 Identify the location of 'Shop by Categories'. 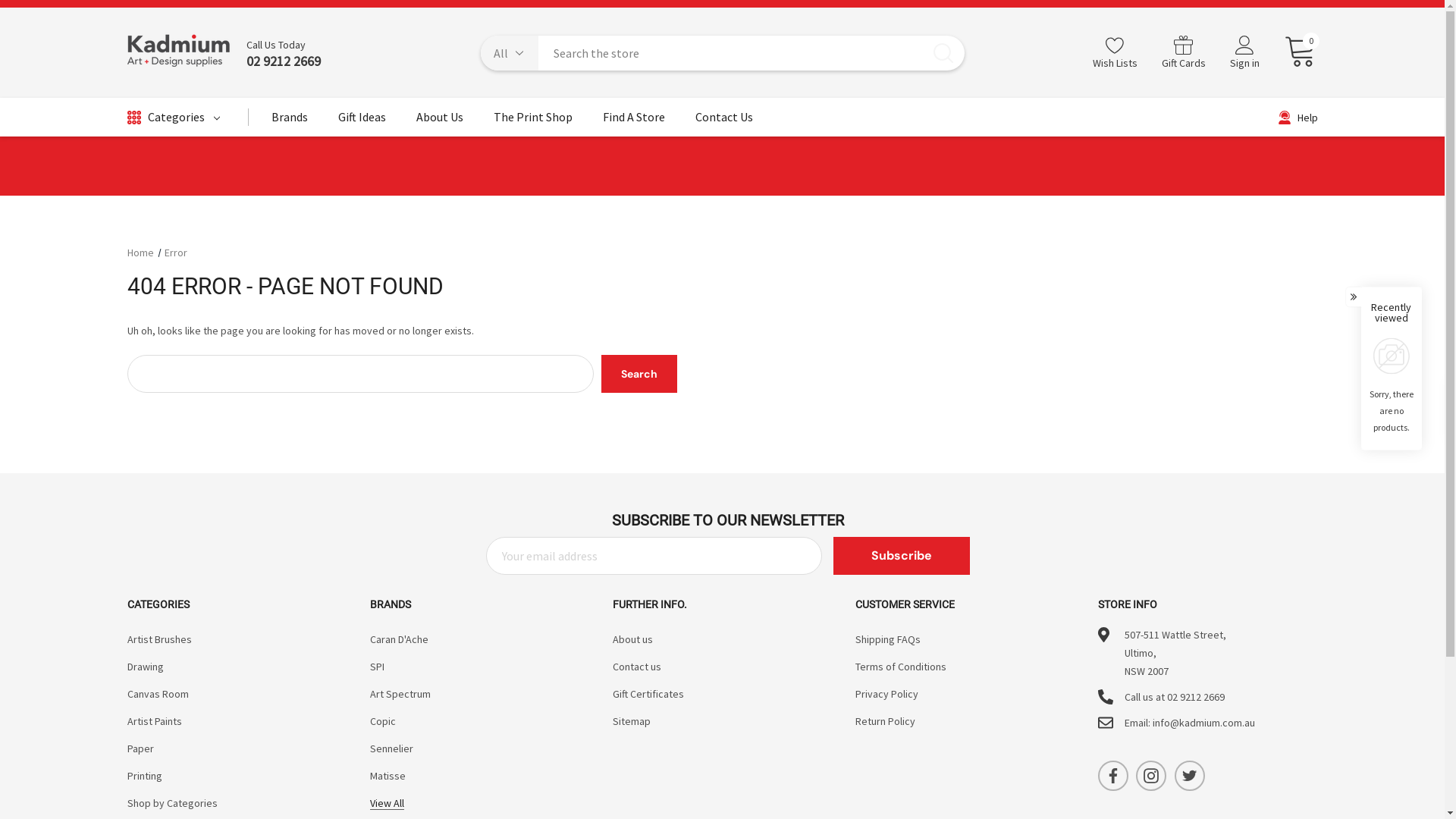
(172, 802).